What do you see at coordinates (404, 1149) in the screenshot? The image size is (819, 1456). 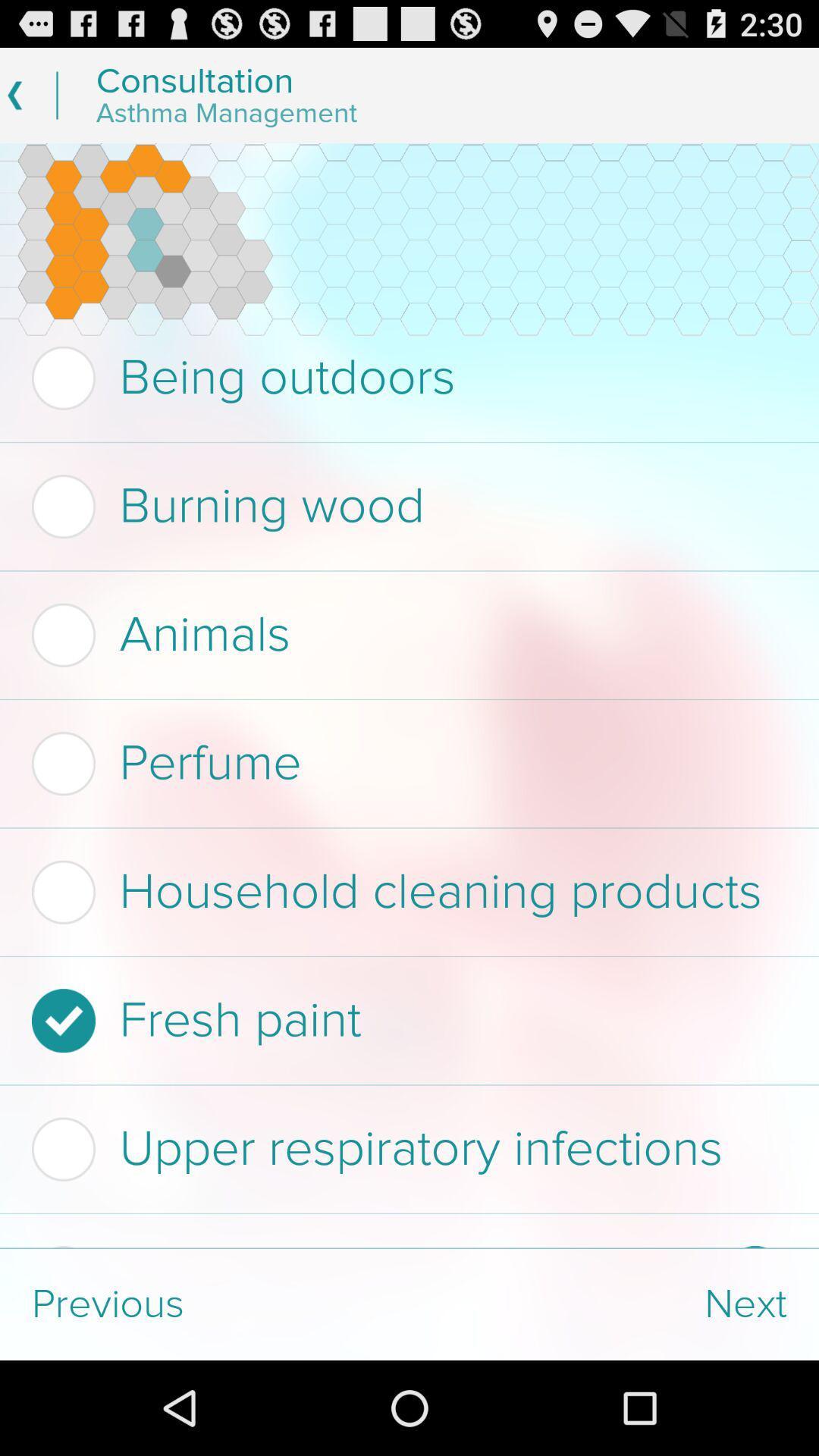 I see `the upper respiratory infections icon` at bounding box center [404, 1149].